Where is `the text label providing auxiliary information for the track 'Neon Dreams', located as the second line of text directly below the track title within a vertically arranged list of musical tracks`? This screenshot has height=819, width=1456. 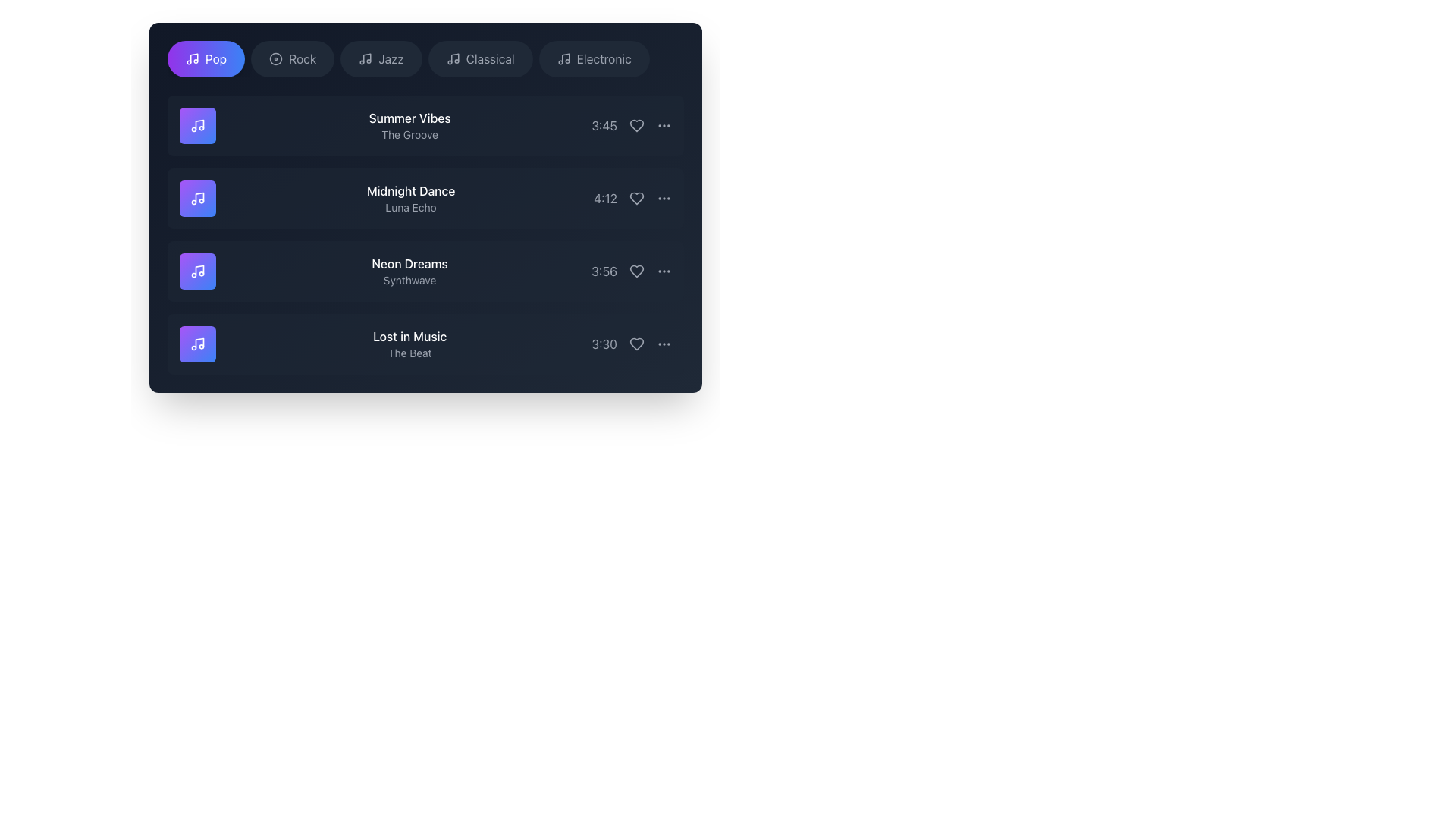
the text label providing auxiliary information for the track 'Neon Dreams', located as the second line of text directly below the track title within a vertically arranged list of musical tracks is located at coordinates (409, 281).